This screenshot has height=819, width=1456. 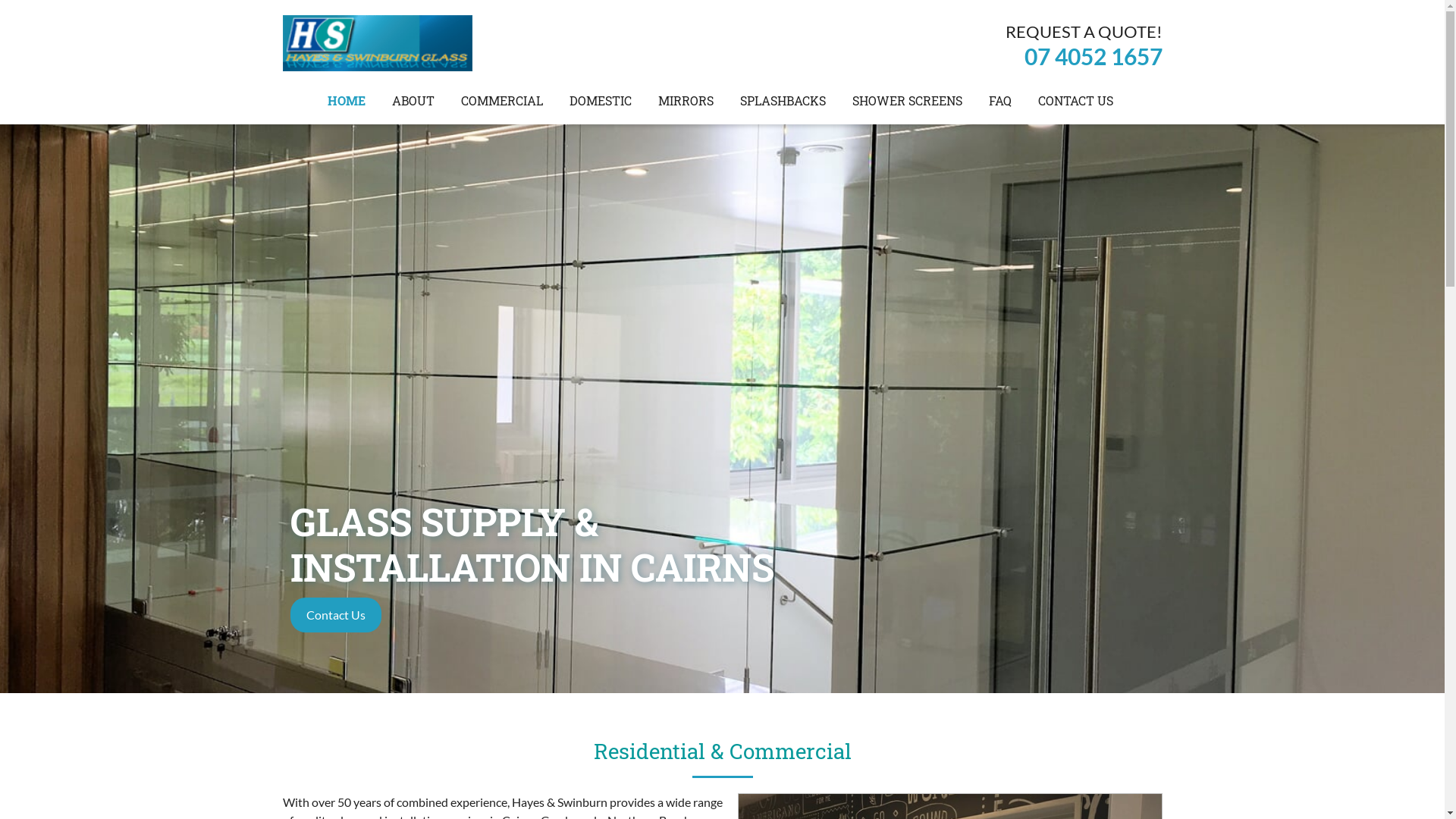 I want to click on 'SPLASHBACKS', so click(x=783, y=100).